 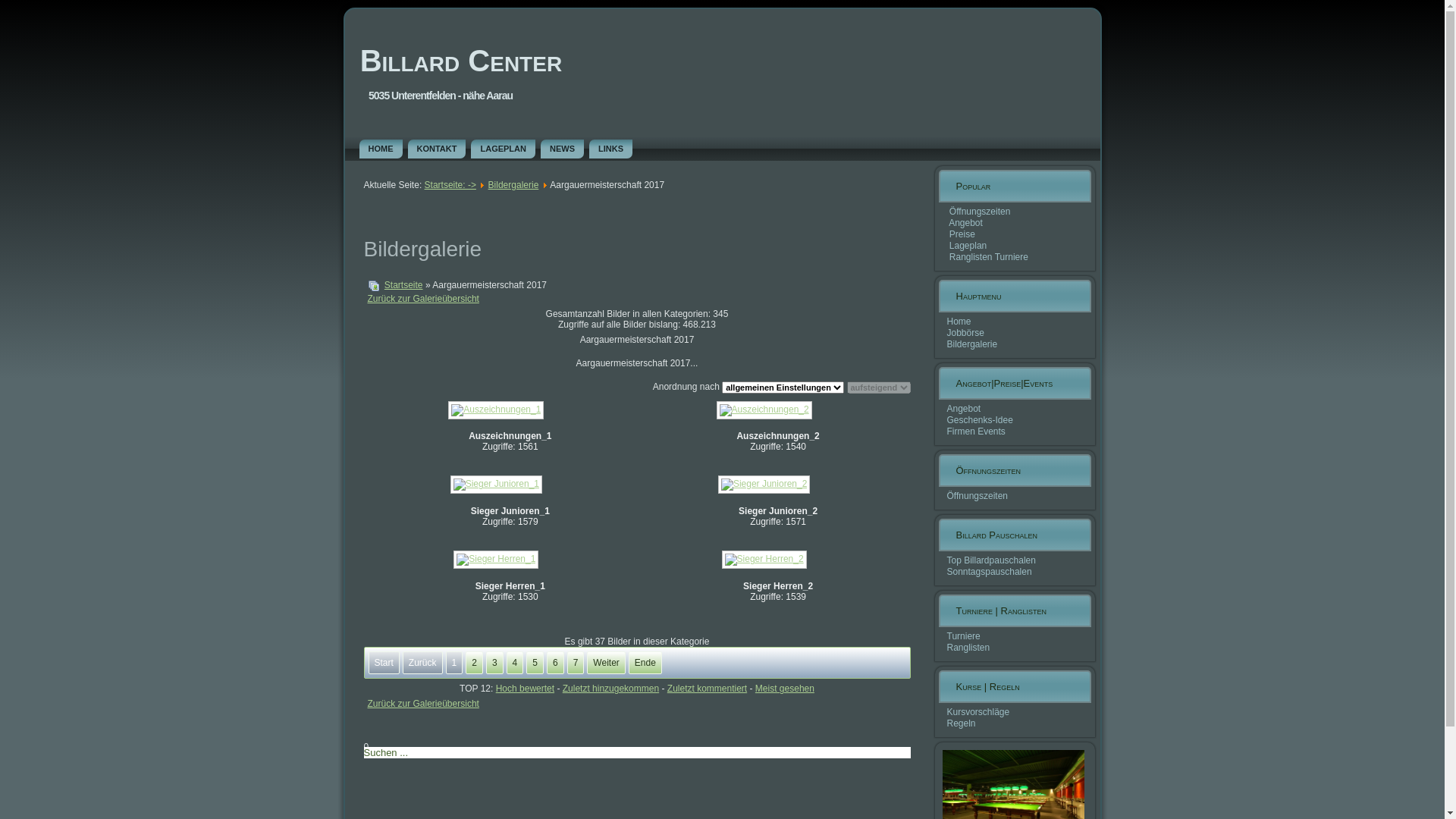 What do you see at coordinates (989, 571) in the screenshot?
I see `'Sonntagspauschalen'` at bounding box center [989, 571].